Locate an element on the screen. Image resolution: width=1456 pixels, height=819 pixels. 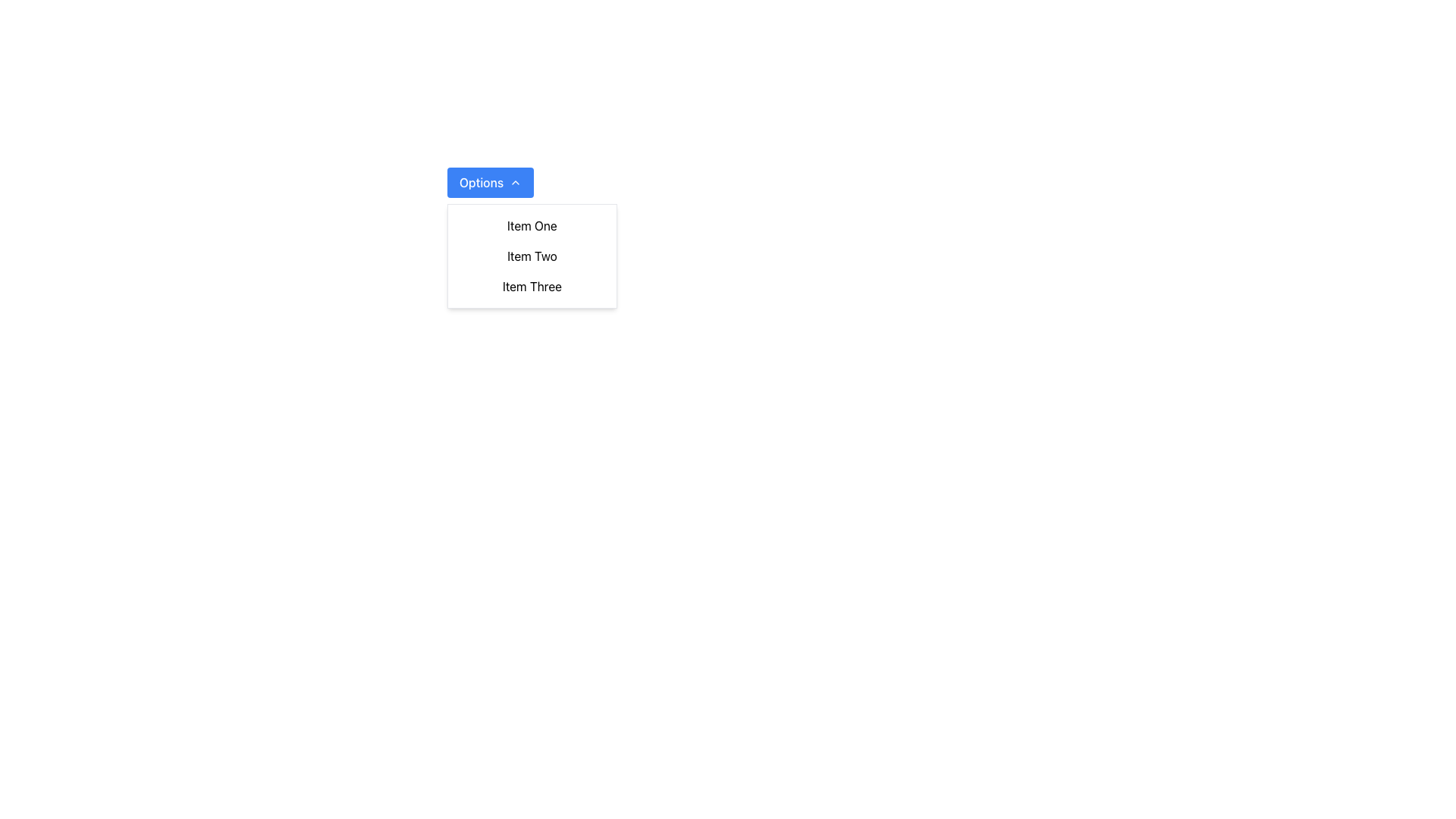
the toggle button that expands or collapses the dropdown menu located at the top of the dropdown menu component is located at coordinates (491, 181).